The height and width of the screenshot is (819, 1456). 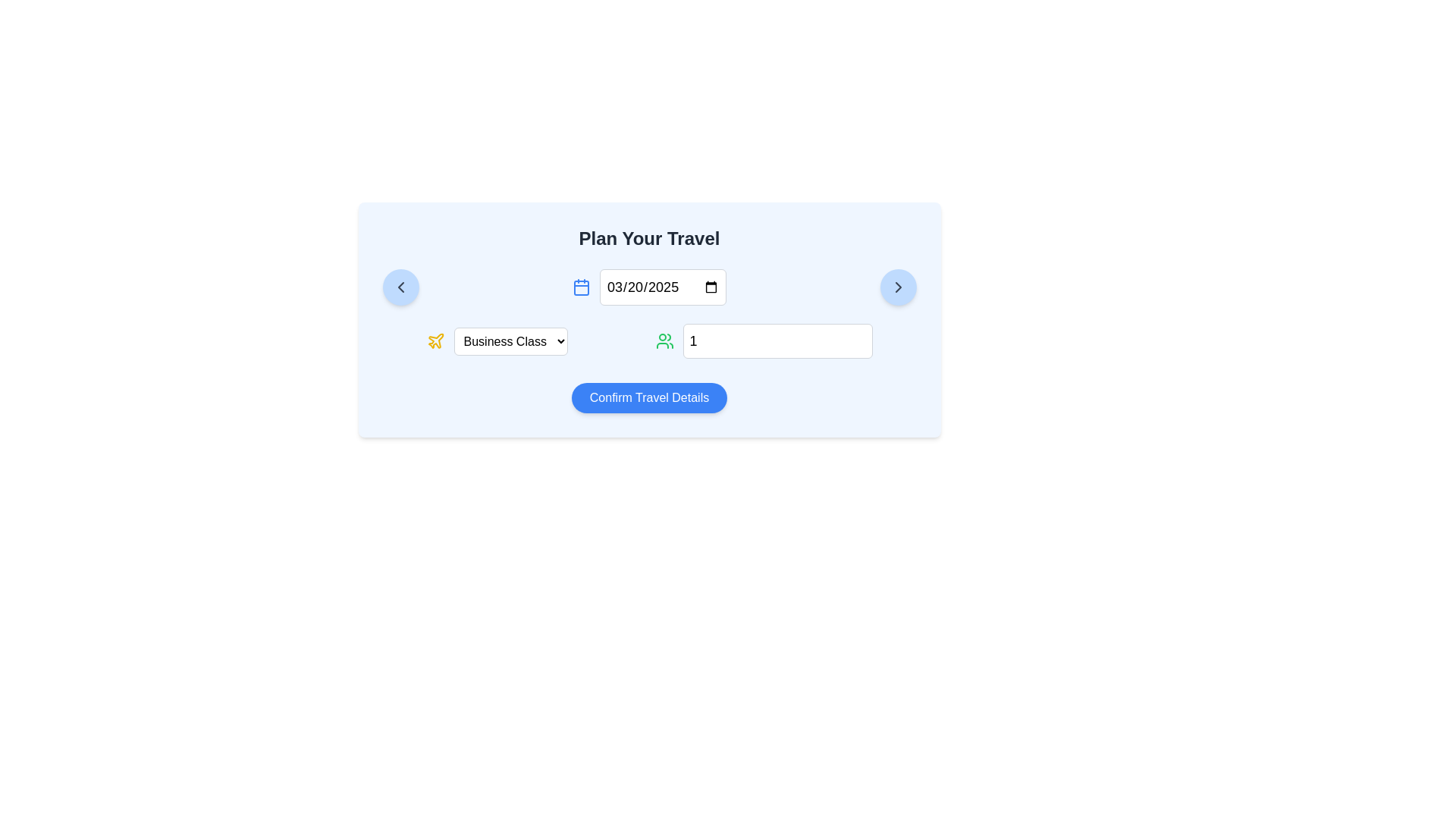 I want to click on the dropdown menu labeled 'Business Class' with a yellow plane icon, so click(x=497, y=341).